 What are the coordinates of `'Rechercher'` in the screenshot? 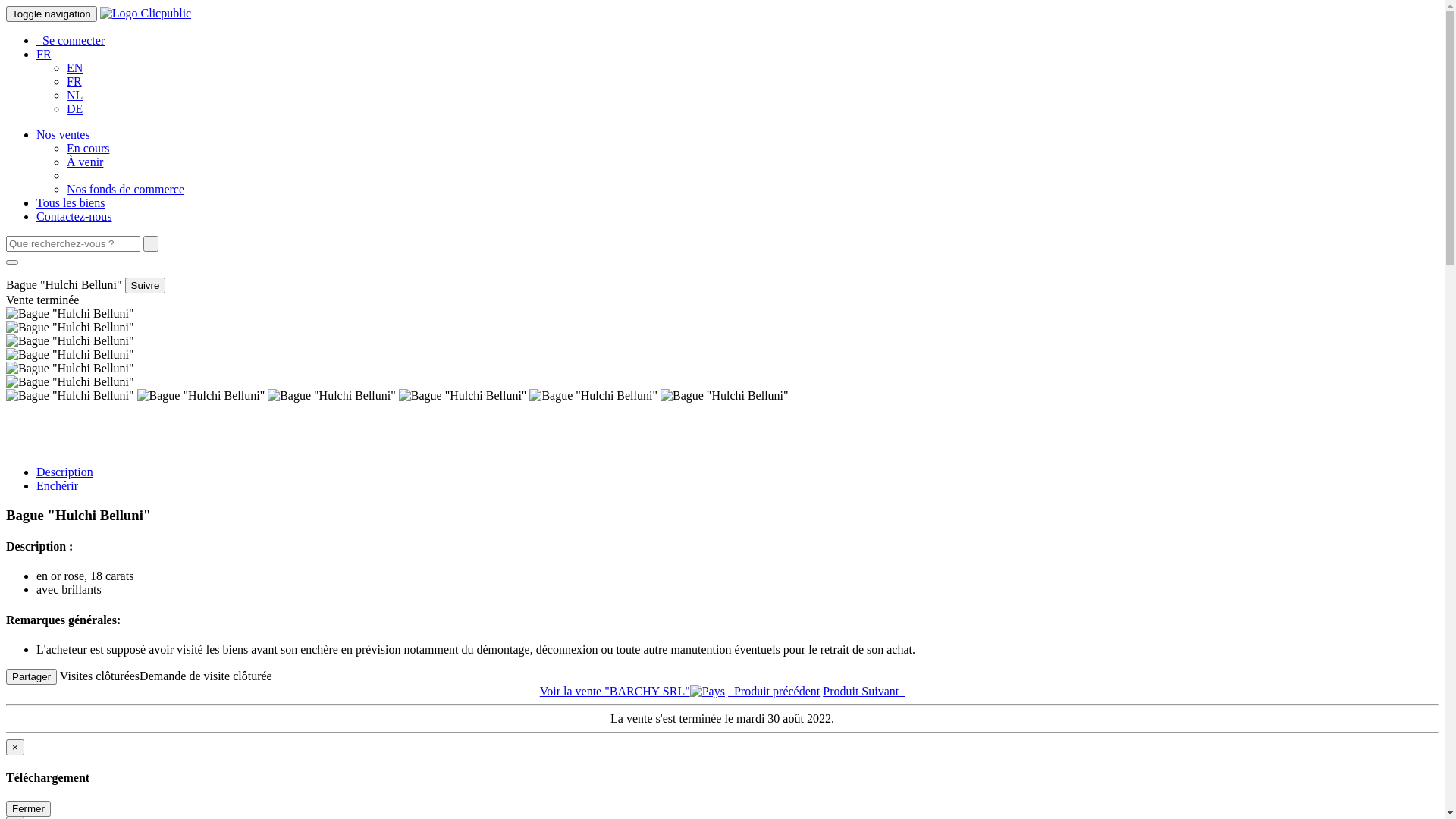 It's located at (6, 262).